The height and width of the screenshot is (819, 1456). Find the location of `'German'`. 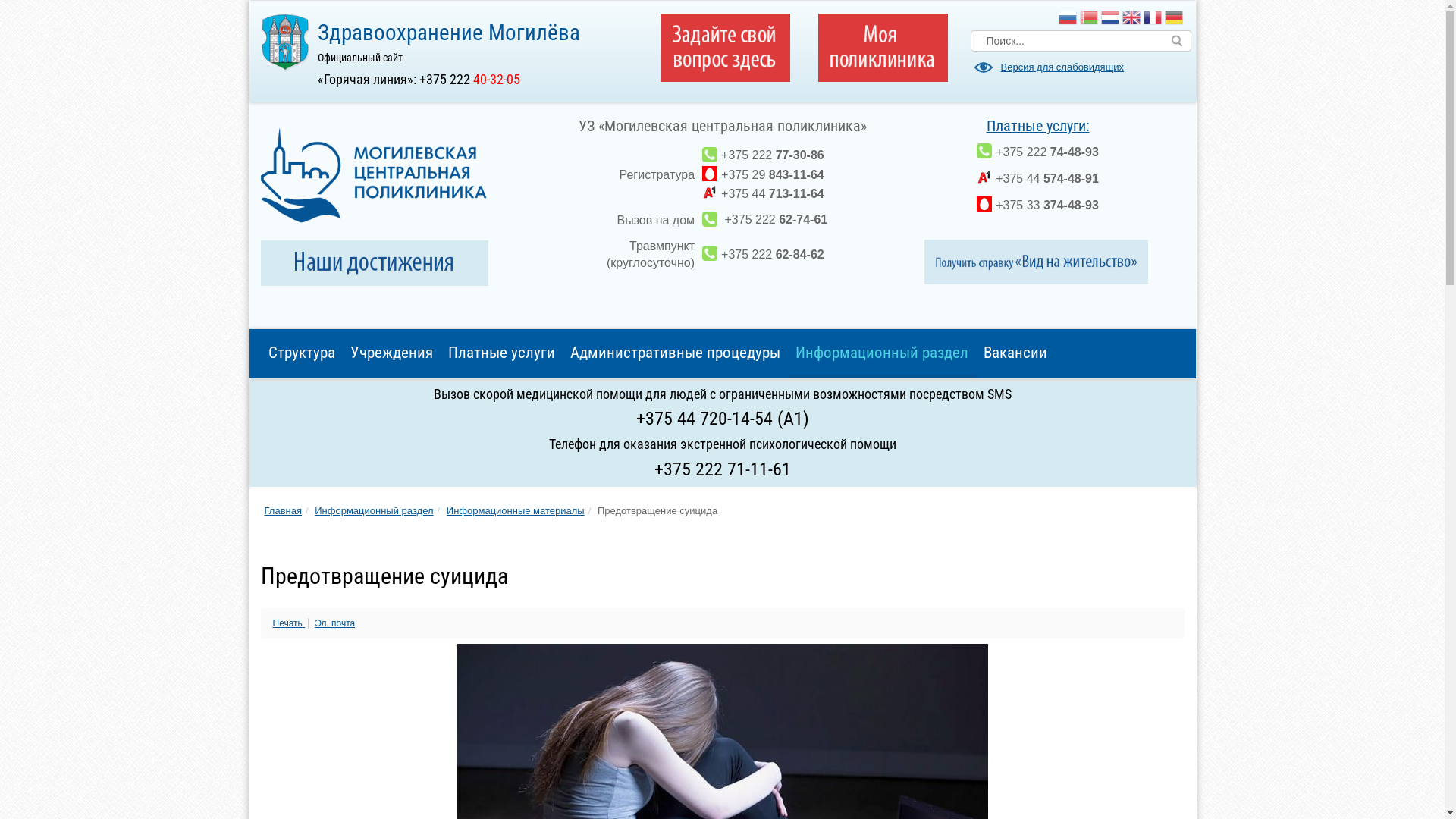

'German' is located at coordinates (1173, 17).